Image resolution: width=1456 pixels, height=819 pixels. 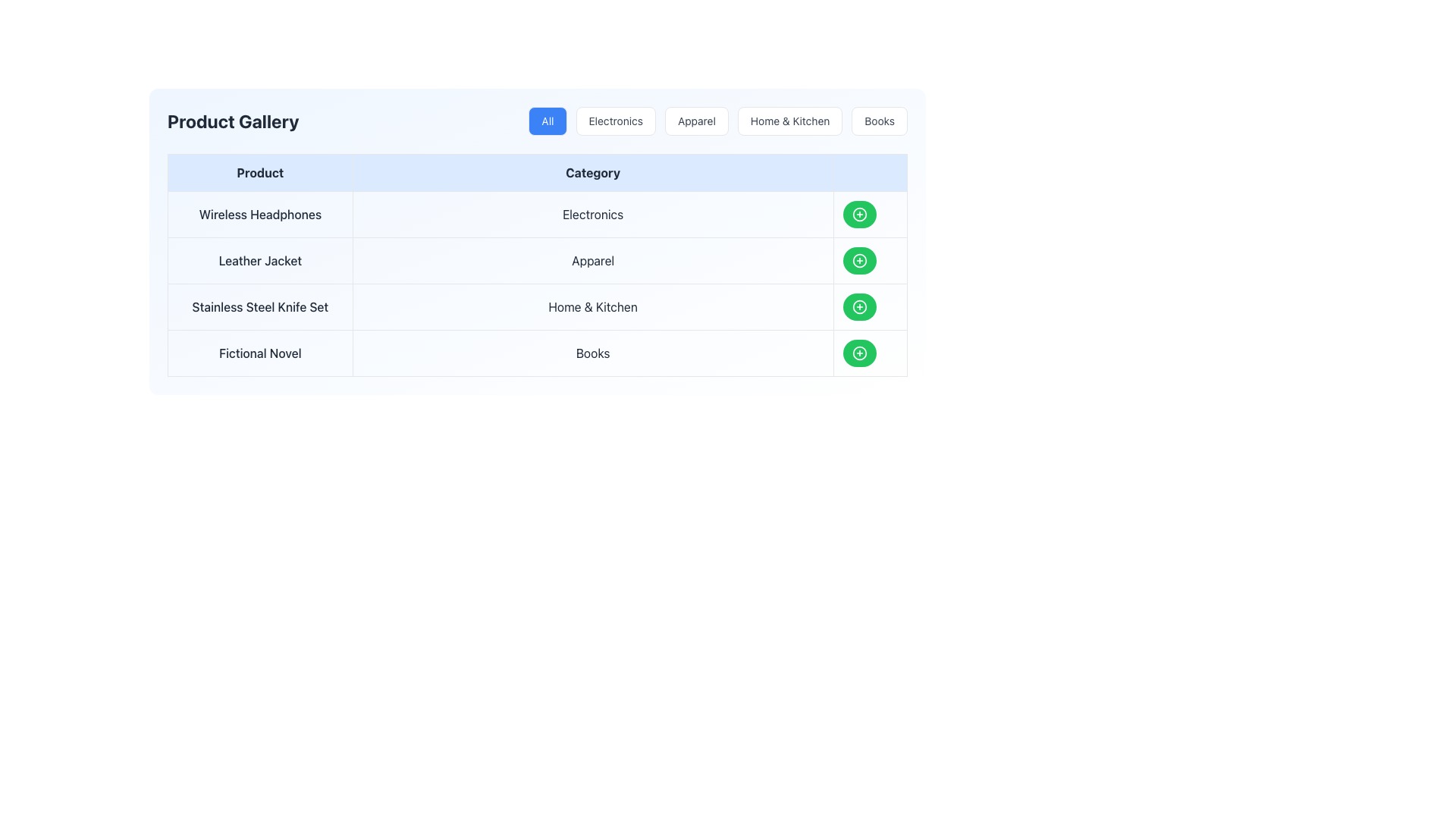 What do you see at coordinates (859, 259) in the screenshot?
I see `the circular green button with a white plus icon located in the last column of the 'Apparel' category row` at bounding box center [859, 259].